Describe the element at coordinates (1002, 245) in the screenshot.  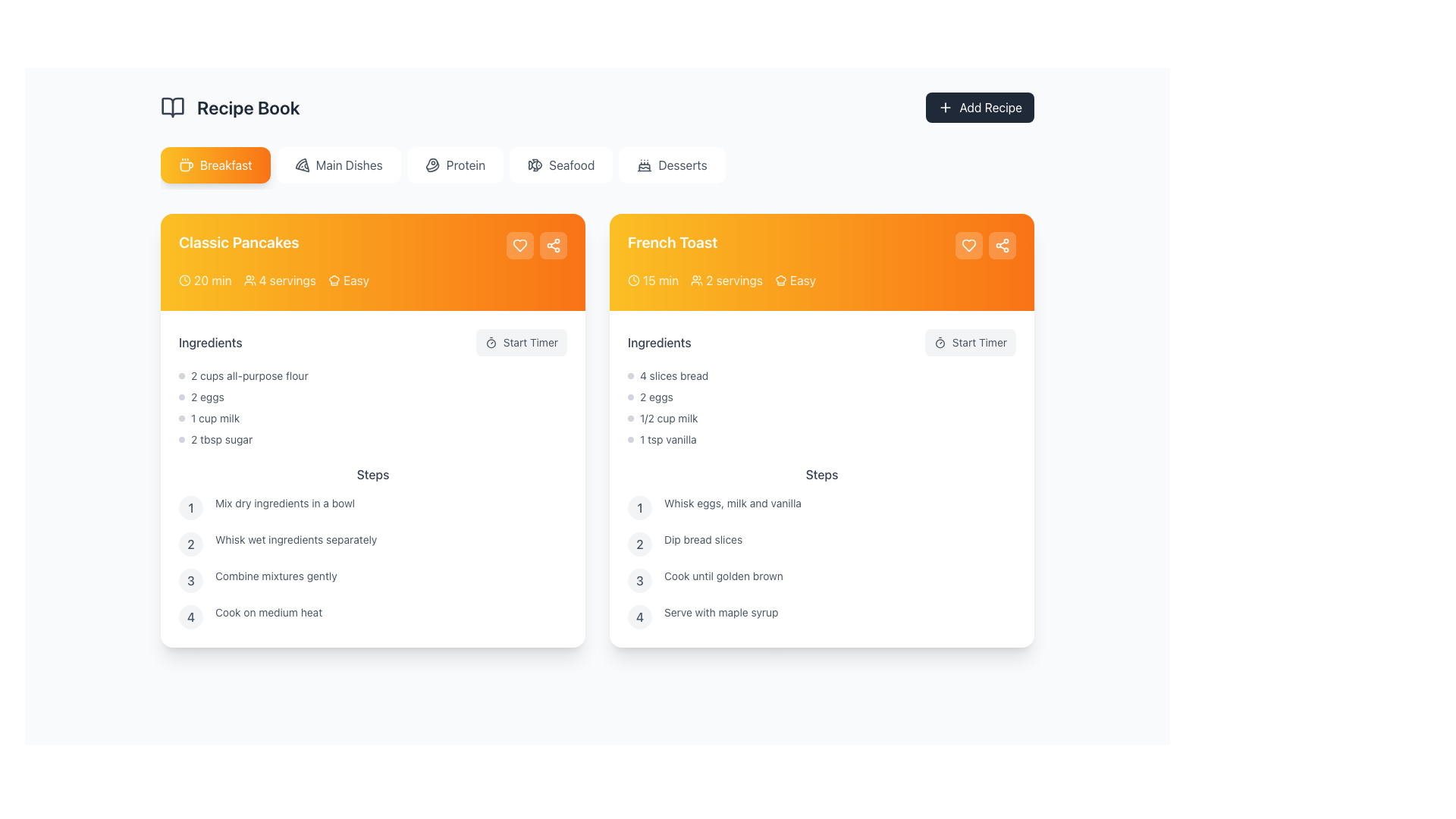
I see `the small rectangular button with rounded corners and a network-like diagram icon located at the top-right corner of the 'French Toast' recipe card` at that location.